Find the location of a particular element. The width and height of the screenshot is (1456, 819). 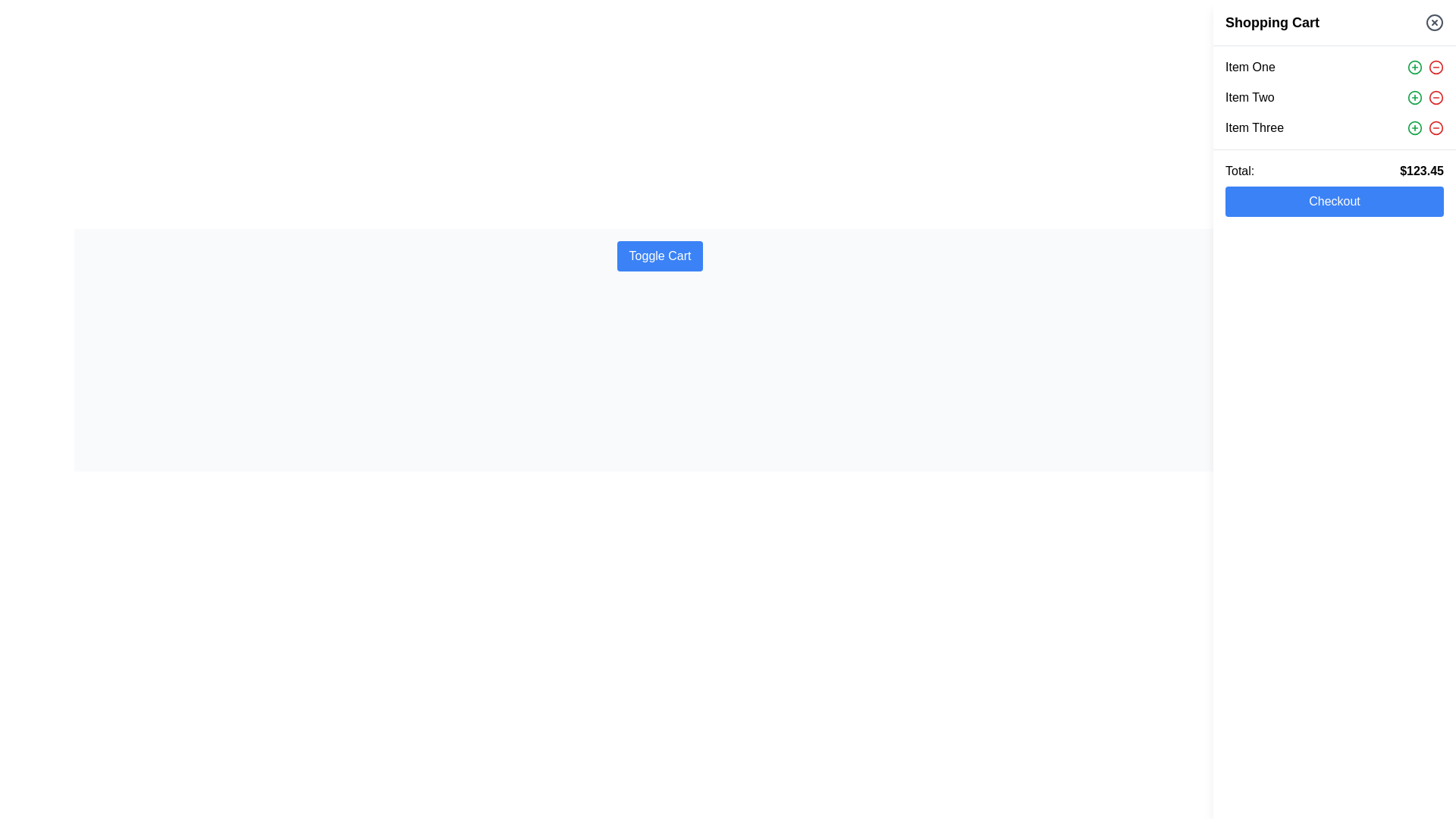

the static text label displaying 'Total:' in the shopping cart summary section, which is positioned above the blue 'Checkout' button is located at coordinates (1240, 171).